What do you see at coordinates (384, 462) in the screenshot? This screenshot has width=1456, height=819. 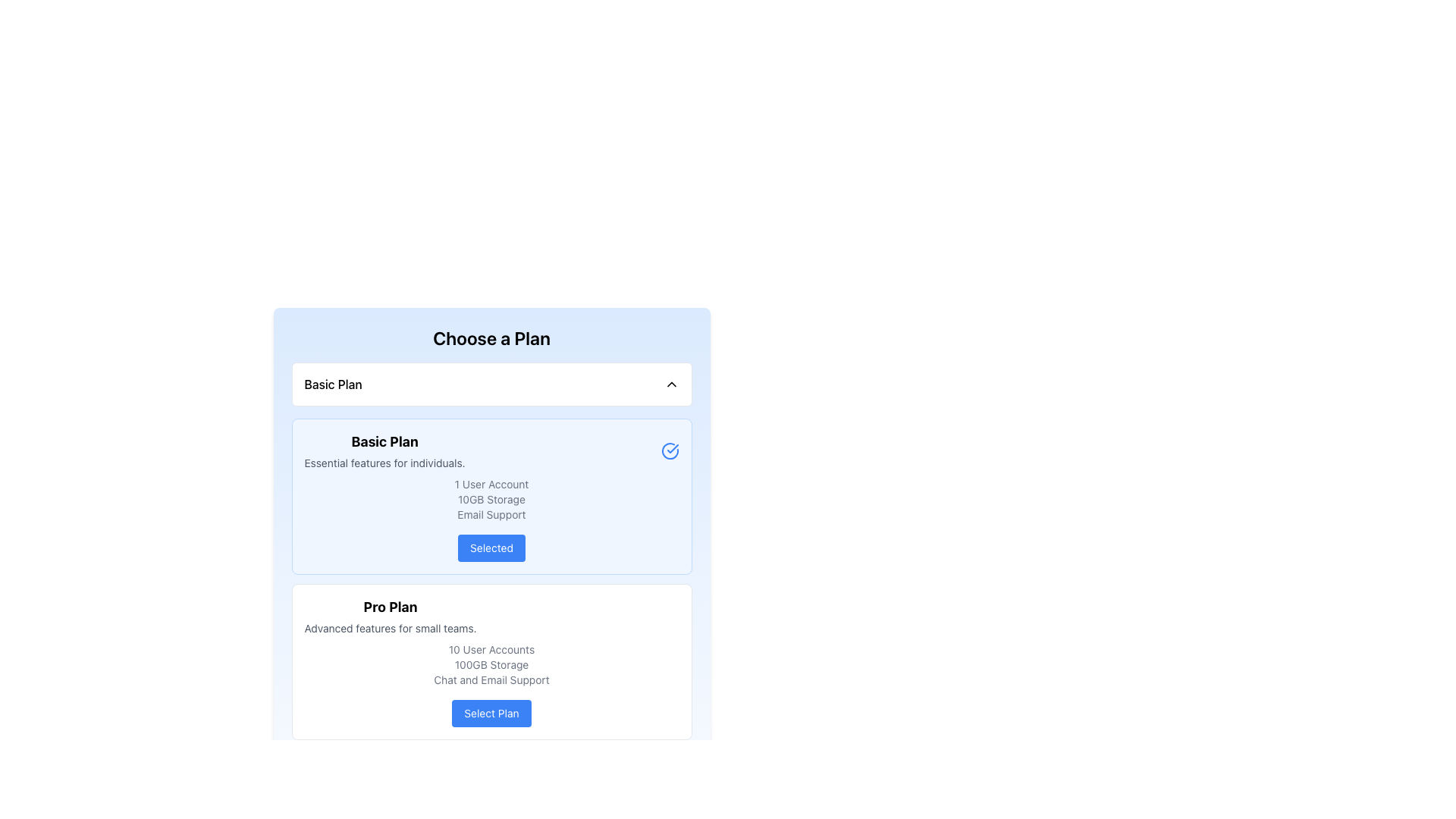 I see `the text label displaying 'Essential features for individuals.' which is located below the title 'Basic Plan.'` at bounding box center [384, 462].